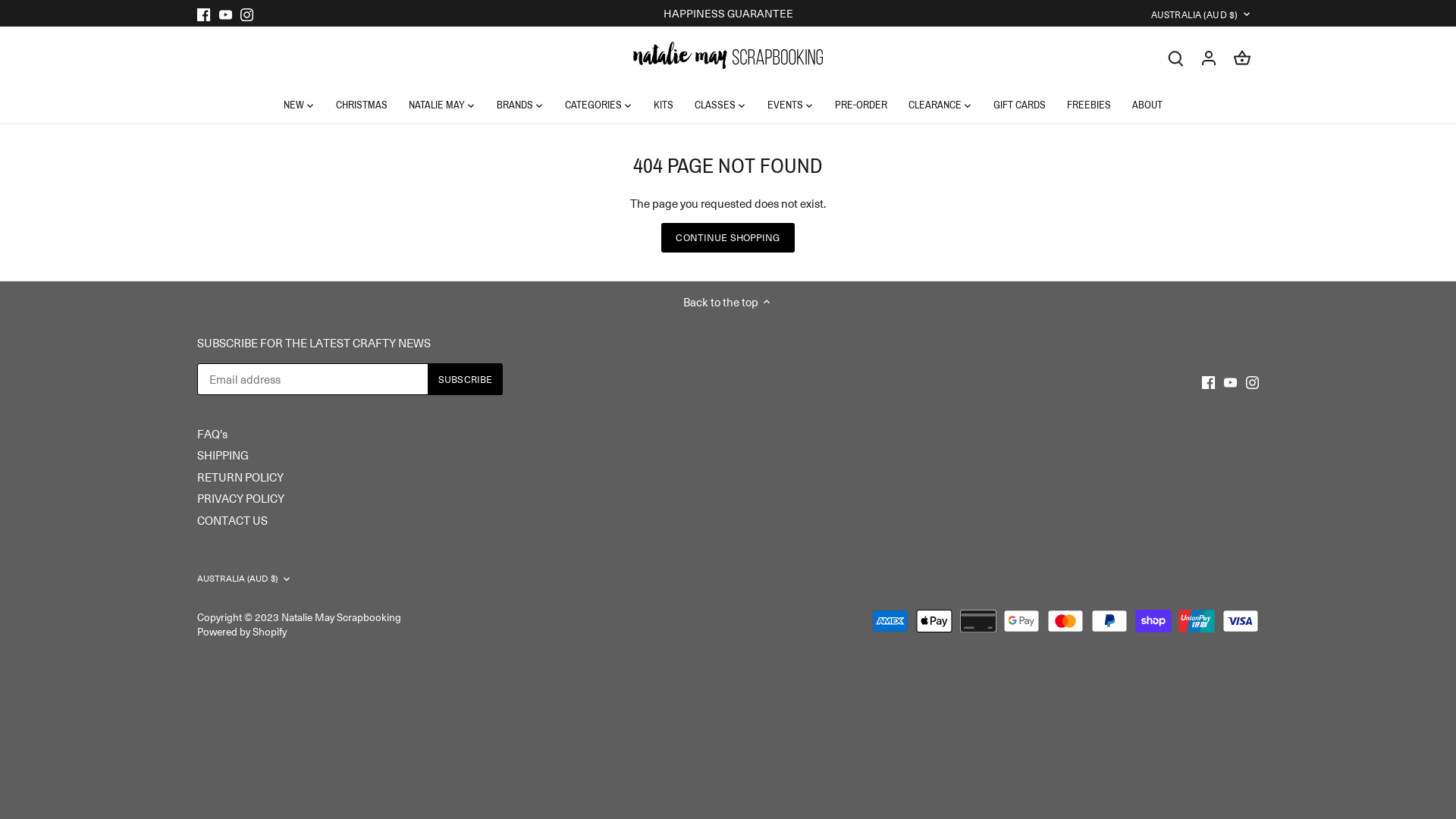 Image resolution: width=1456 pixels, height=819 pixels. What do you see at coordinates (785, 104) in the screenshot?
I see `'EVENTS'` at bounding box center [785, 104].